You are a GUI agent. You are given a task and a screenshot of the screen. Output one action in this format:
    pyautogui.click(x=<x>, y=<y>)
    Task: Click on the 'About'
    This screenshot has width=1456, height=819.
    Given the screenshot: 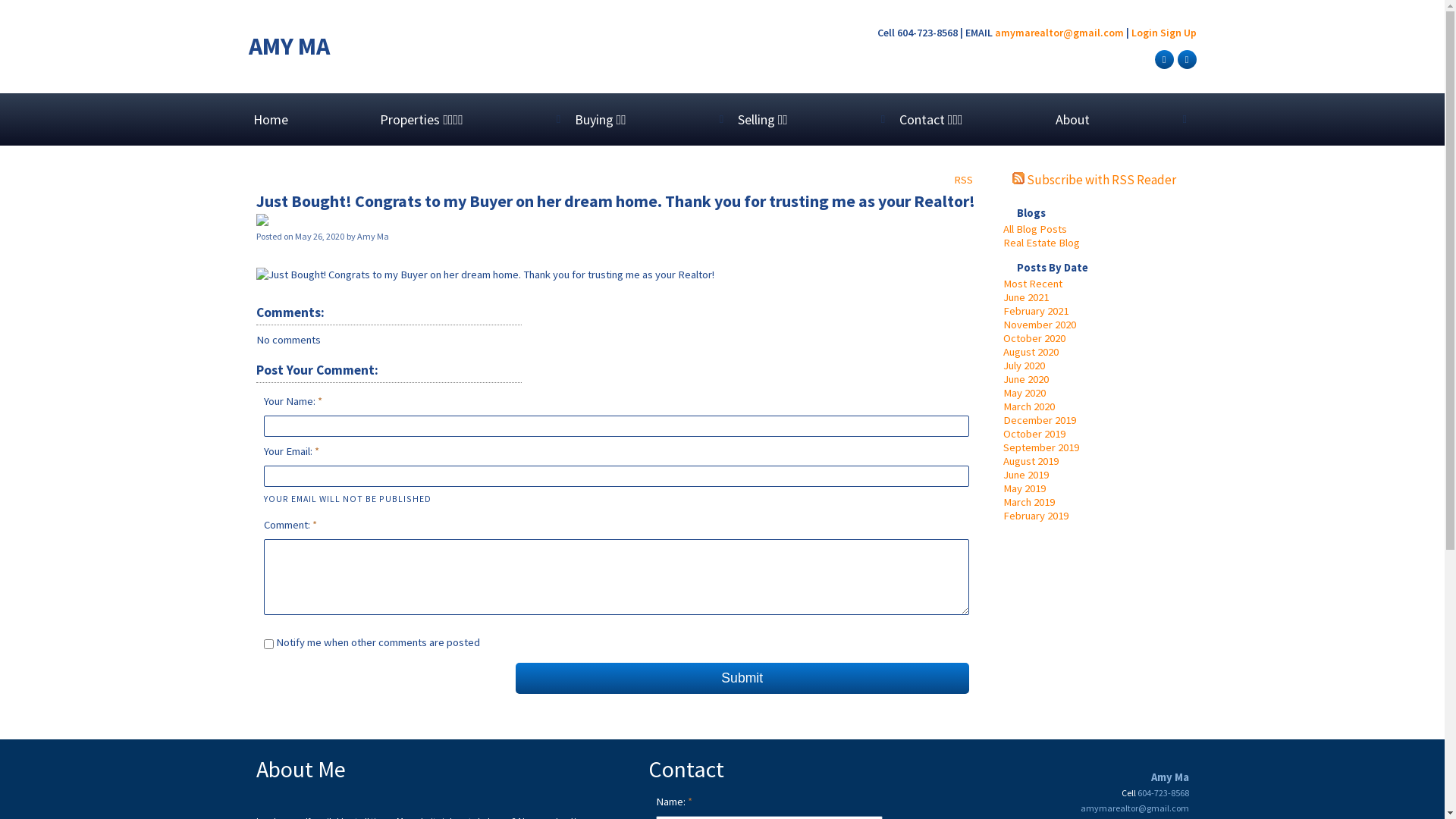 What is the action you would take?
    pyautogui.click(x=1072, y=118)
    